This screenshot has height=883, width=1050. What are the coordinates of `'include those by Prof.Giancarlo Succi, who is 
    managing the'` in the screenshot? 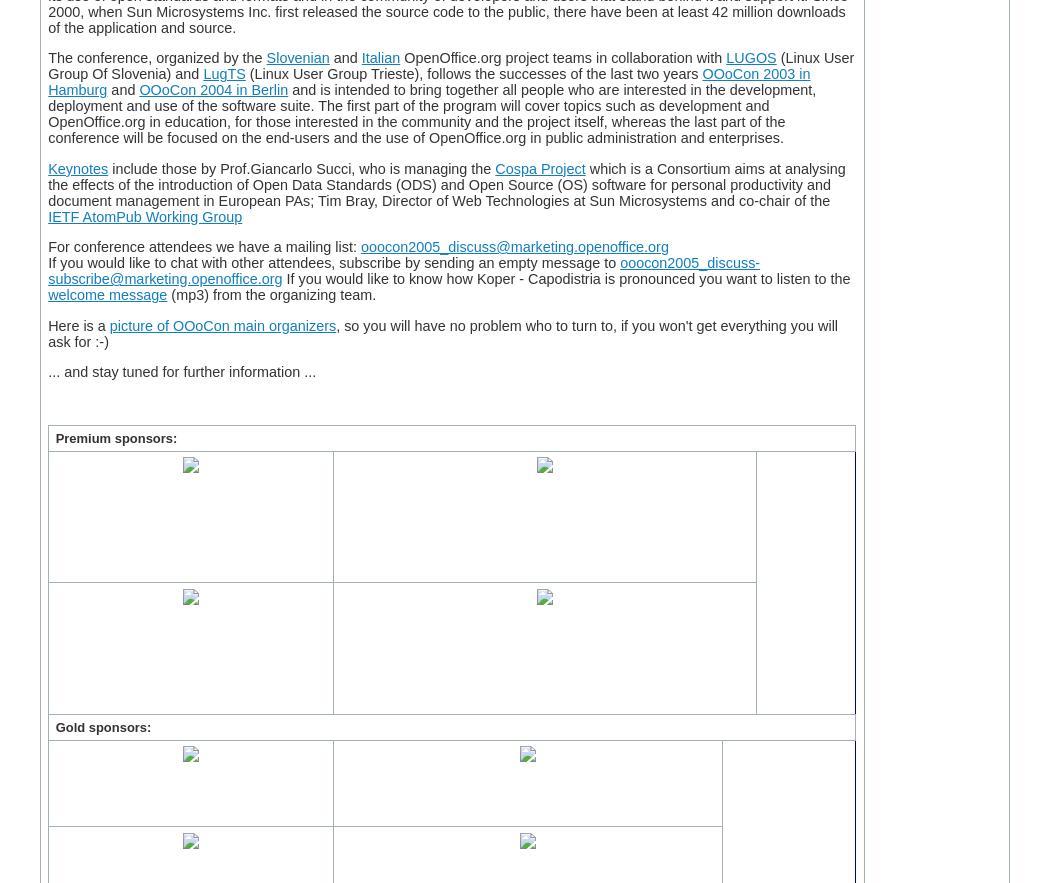 It's located at (301, 168).